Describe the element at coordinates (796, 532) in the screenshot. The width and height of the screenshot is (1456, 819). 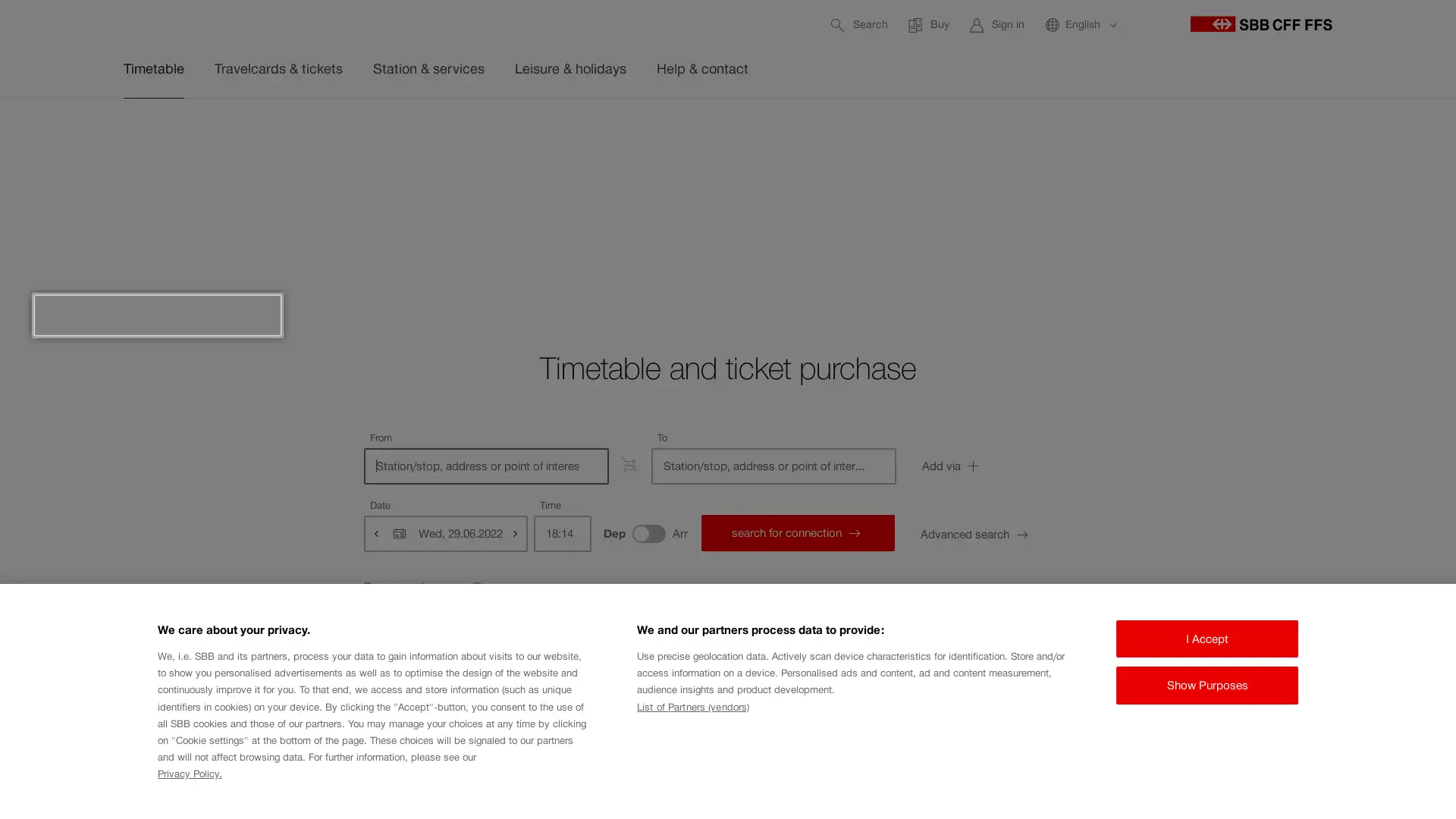
I see `search for connection` at that location.